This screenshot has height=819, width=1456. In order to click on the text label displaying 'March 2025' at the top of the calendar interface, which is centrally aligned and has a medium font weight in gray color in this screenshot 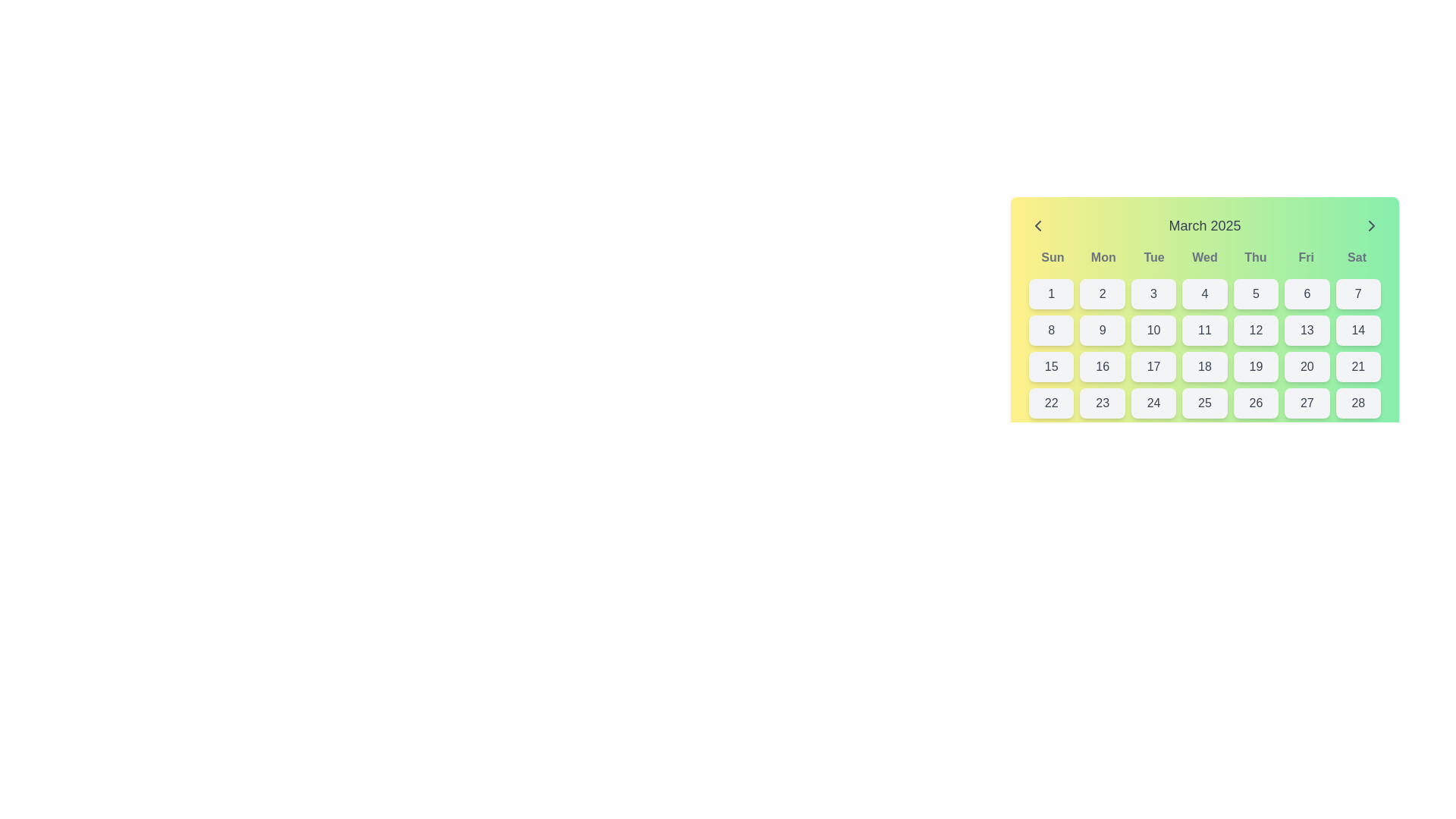, I will do `click(1203, 225)`.